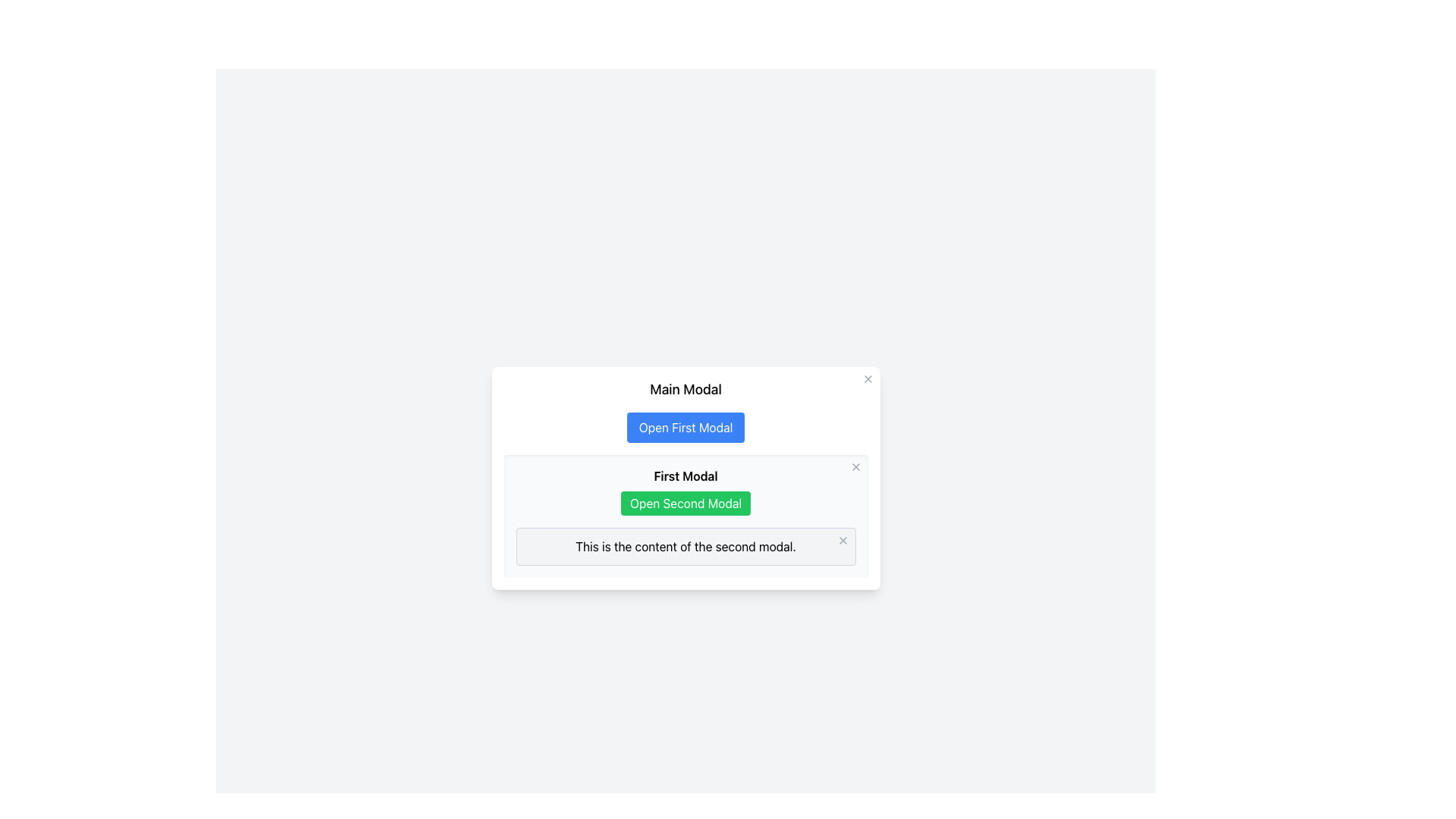 This screenshot has width=1456, height=819. Describe the element at coordinates (868, 378) in the screenshot. I see `the close button located at the top-right corner of the 'Main Modal'` at that location.